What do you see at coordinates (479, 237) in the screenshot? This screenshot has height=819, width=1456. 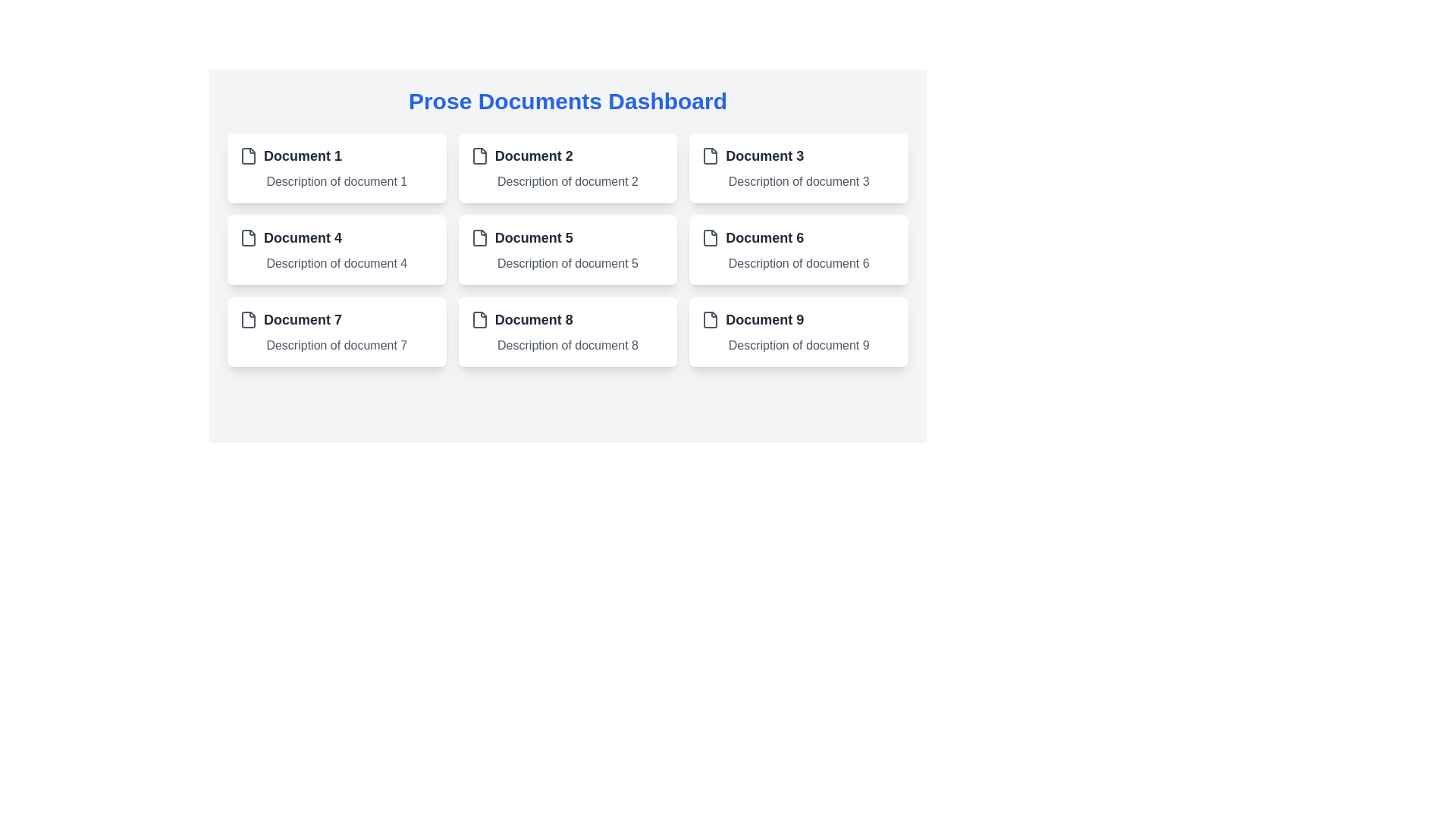 I see `the file/document icon, which is a minimalistic gray outline of a page with a folded corner, located to the left of the text 'Document 5' within the card labeled 'Document 5'` at bounding box center [479, 237].